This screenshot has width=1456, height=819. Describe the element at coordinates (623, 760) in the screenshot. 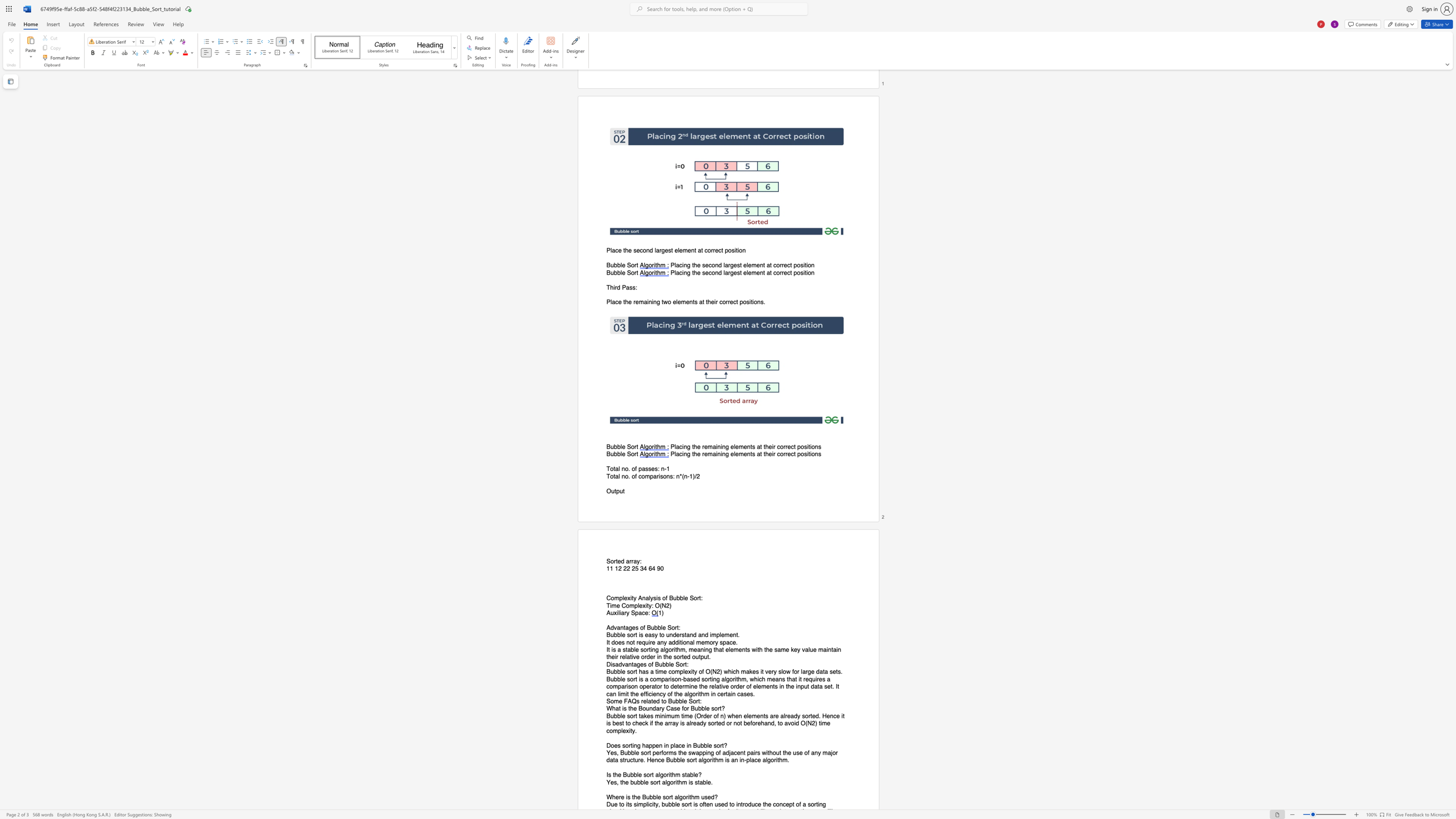

I see `the 8th character "t" in the text` at that location.